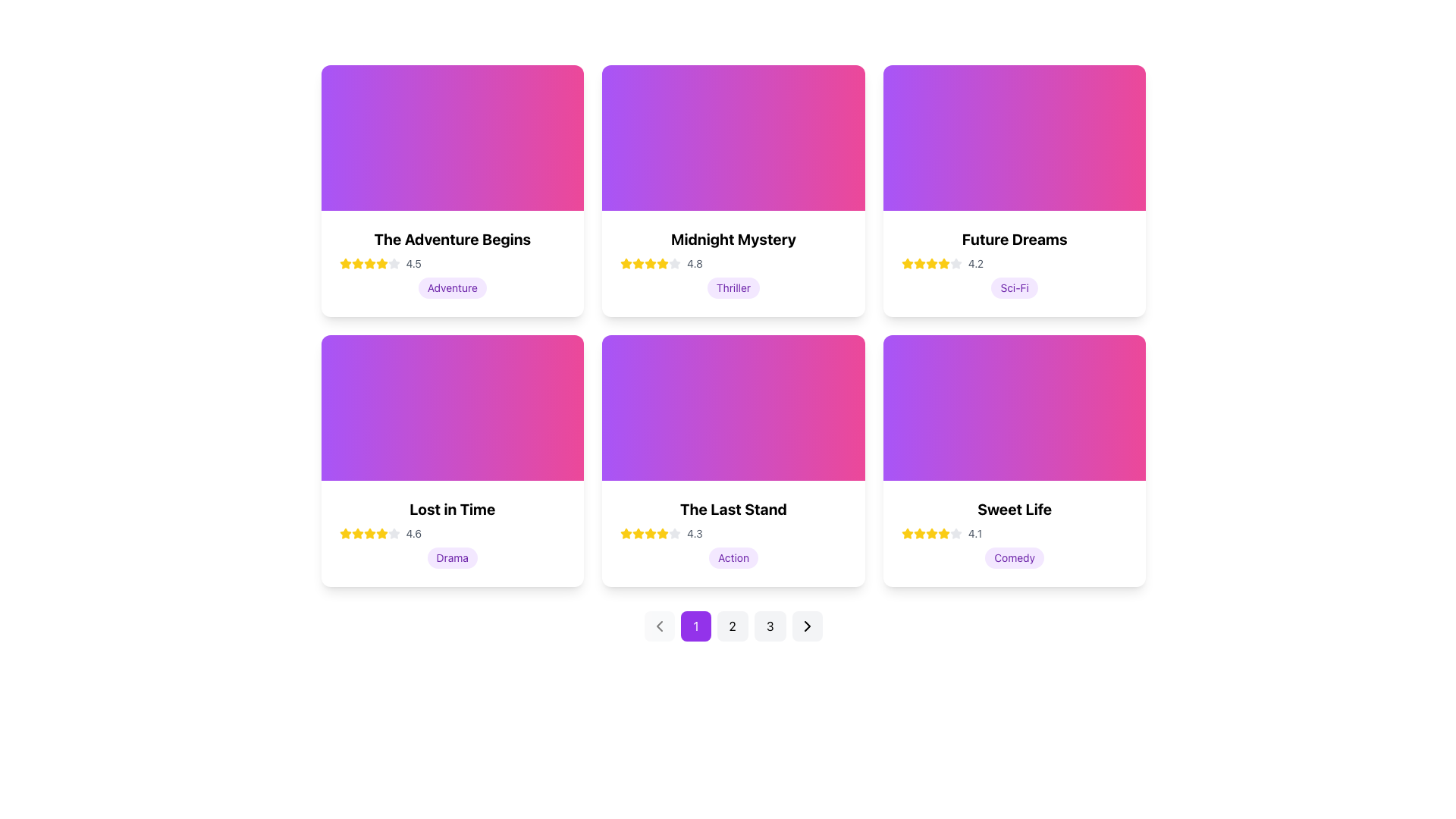 Image resolution: width=1456 pixels, height=819 pixels. I want to click on the sixth filled star icon in the visual rating system located below the text 'The Last Stand' on the second row, middle card in a grid layout, so click(663, 533).